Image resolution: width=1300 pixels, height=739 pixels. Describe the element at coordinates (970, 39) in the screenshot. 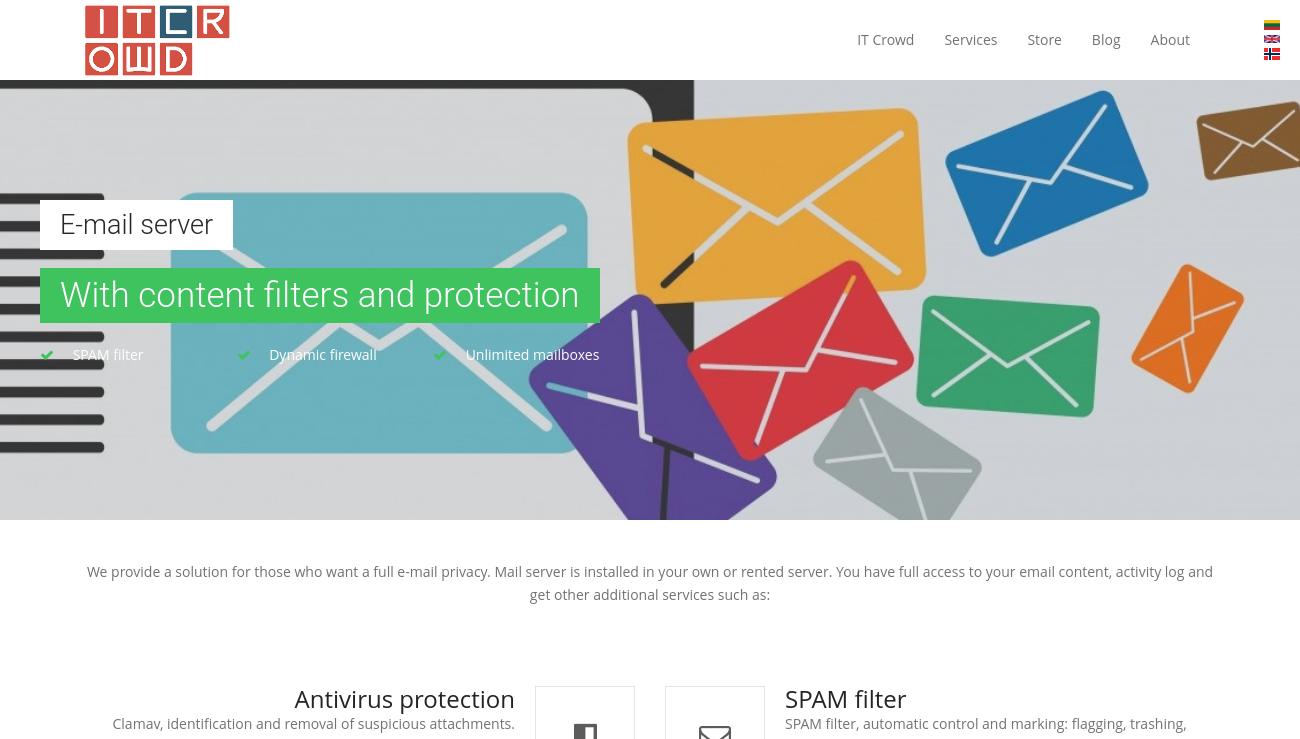

I see `'Services'` at that location.